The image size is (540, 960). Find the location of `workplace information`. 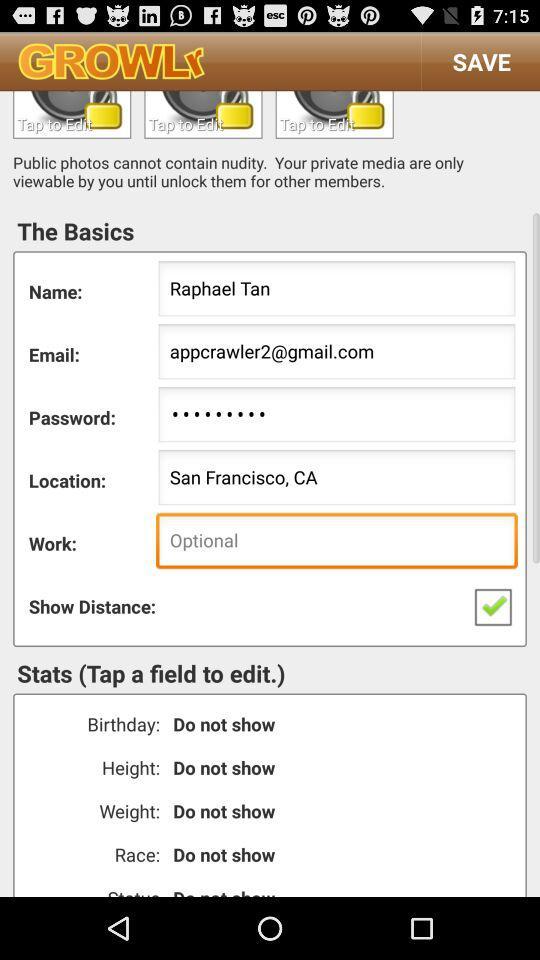

workplace information is located at coordinates (336, 543).